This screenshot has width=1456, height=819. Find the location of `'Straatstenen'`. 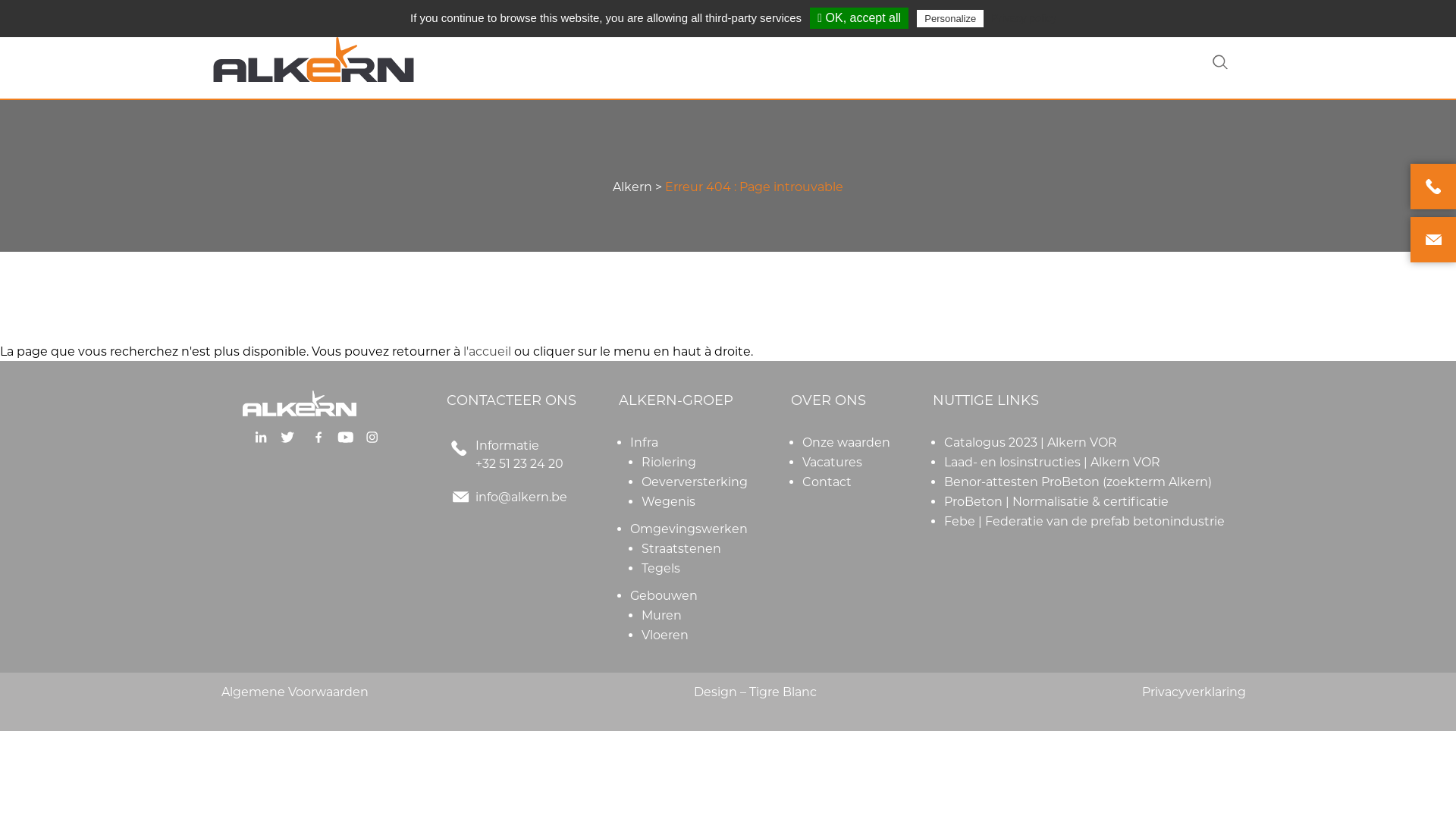

'Straatstenen' is located at coordinates (641, 548).